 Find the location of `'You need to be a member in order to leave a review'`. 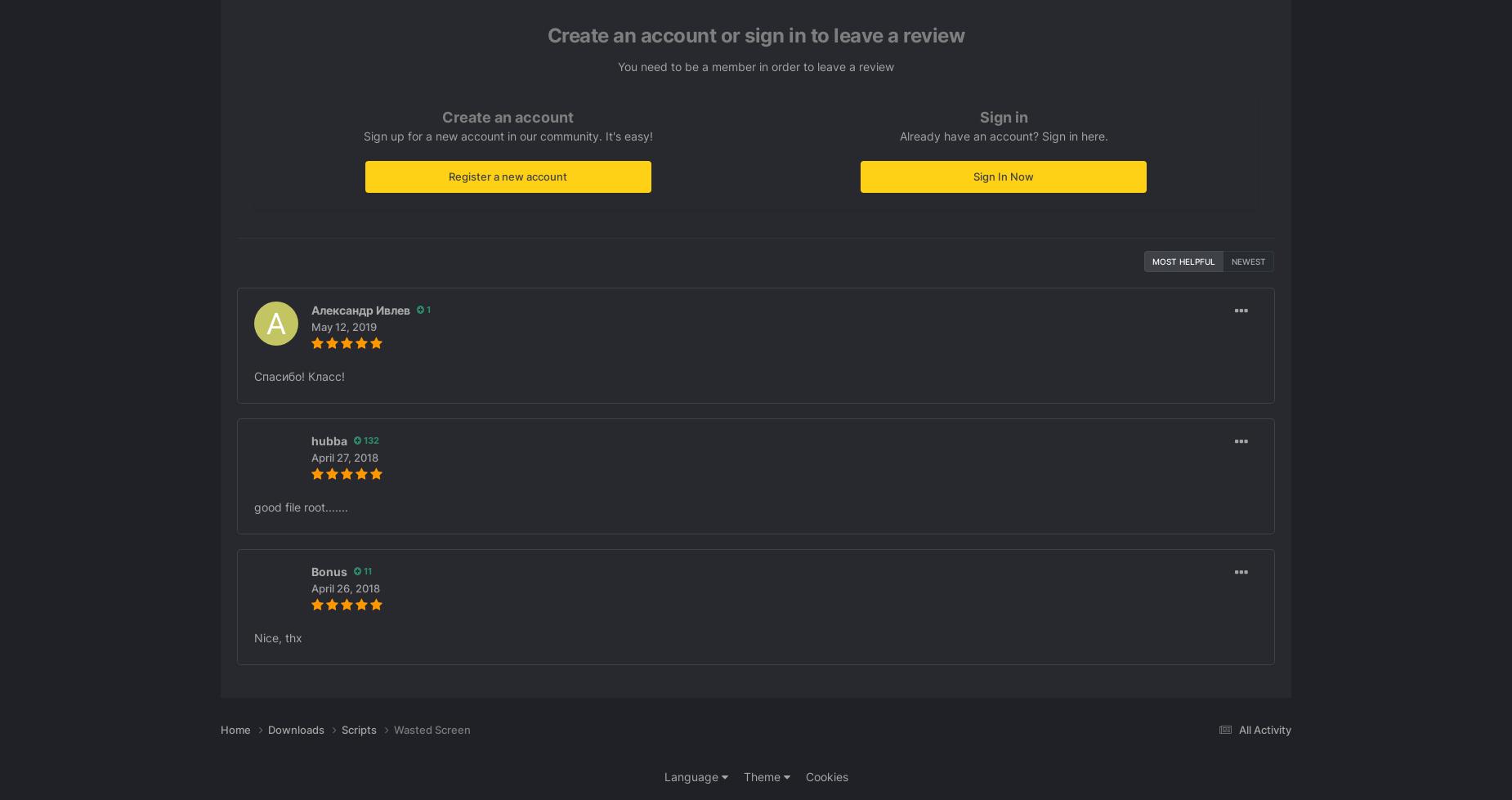

'You need to be a member in order to leave a review' is located at coordinates (756, 65).